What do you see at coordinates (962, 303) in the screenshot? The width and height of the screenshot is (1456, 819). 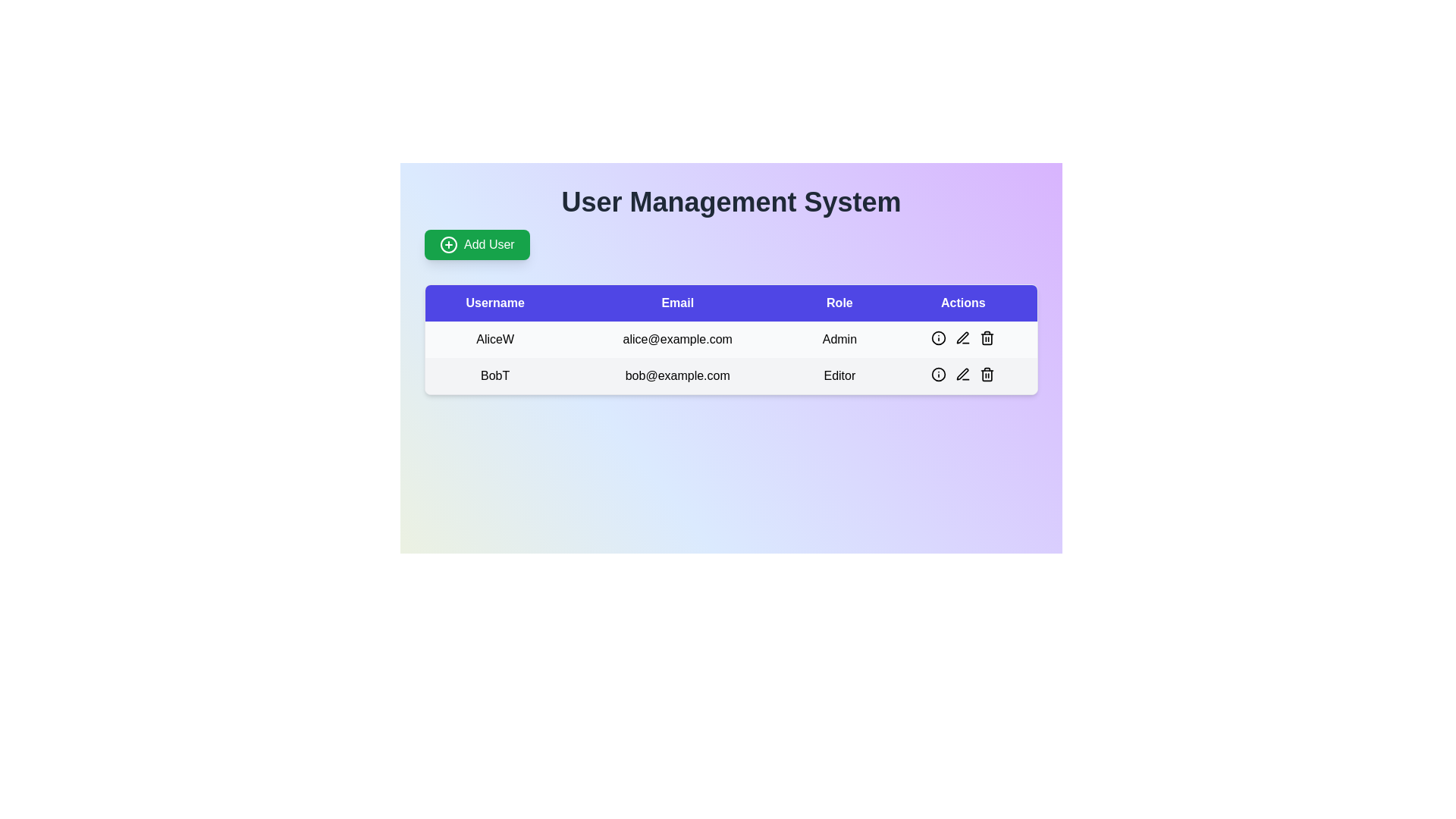 I see `the rightmost Text label header in the table, which indicates related actions for the cells beneath it` at bounding box center [962, 303].